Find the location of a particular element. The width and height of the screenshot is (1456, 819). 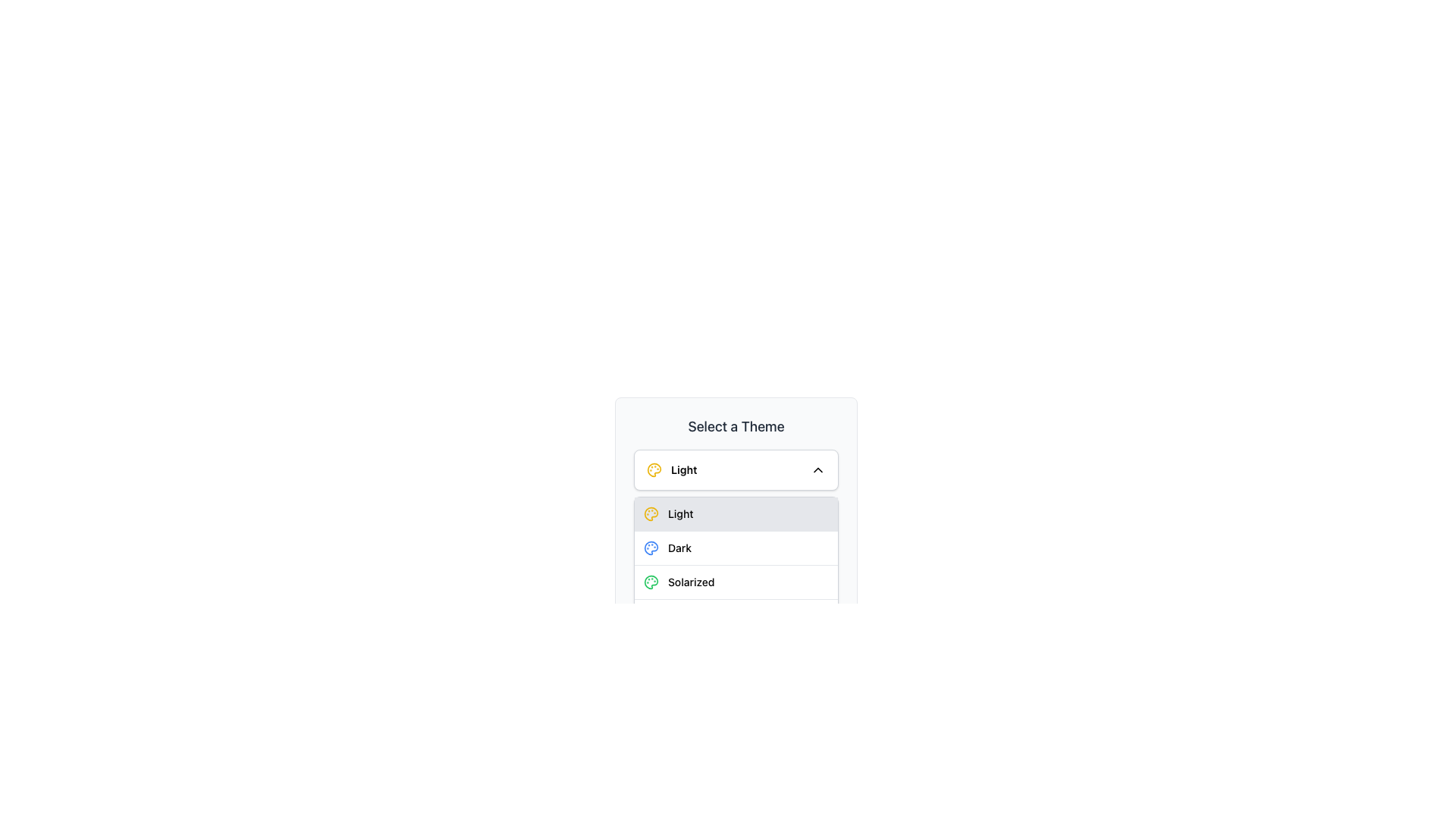

the 'Dark' theme option listed as the second row under 'Select a Theme' to apply the dark theme to the application interface is located at coordinates (736, 547).